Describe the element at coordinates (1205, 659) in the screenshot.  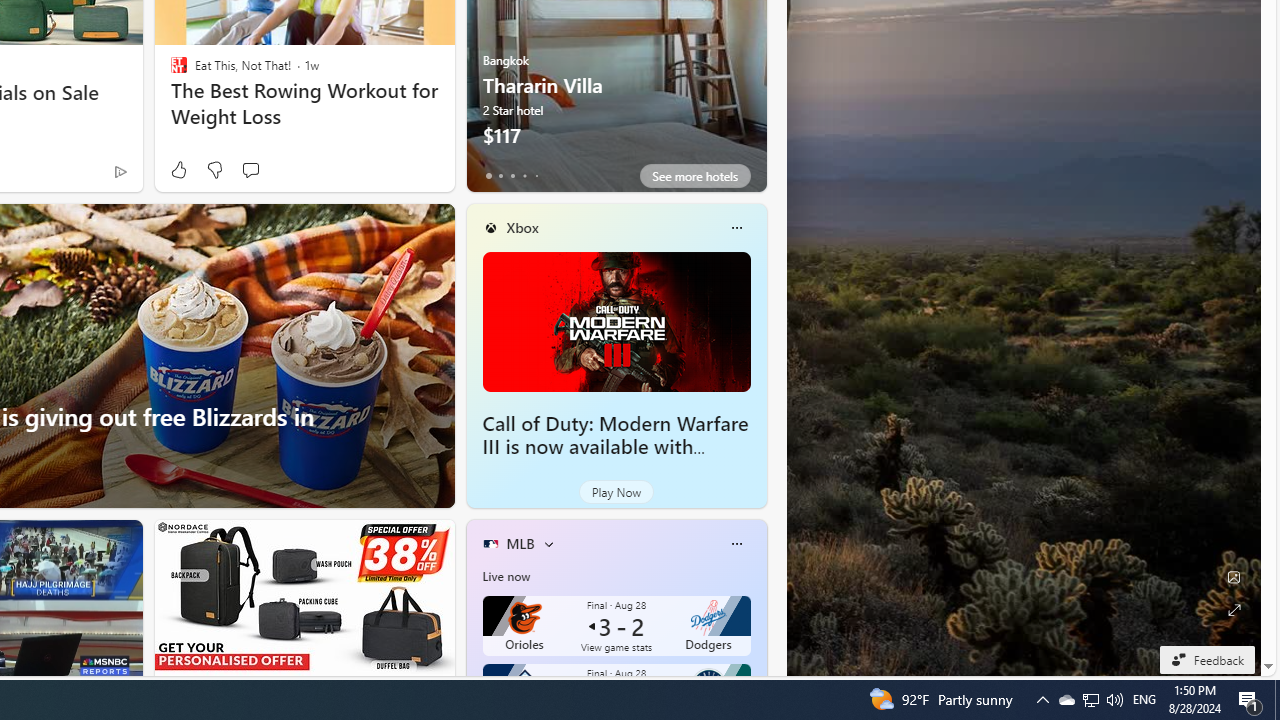
I see `'Feedback'` at that location.